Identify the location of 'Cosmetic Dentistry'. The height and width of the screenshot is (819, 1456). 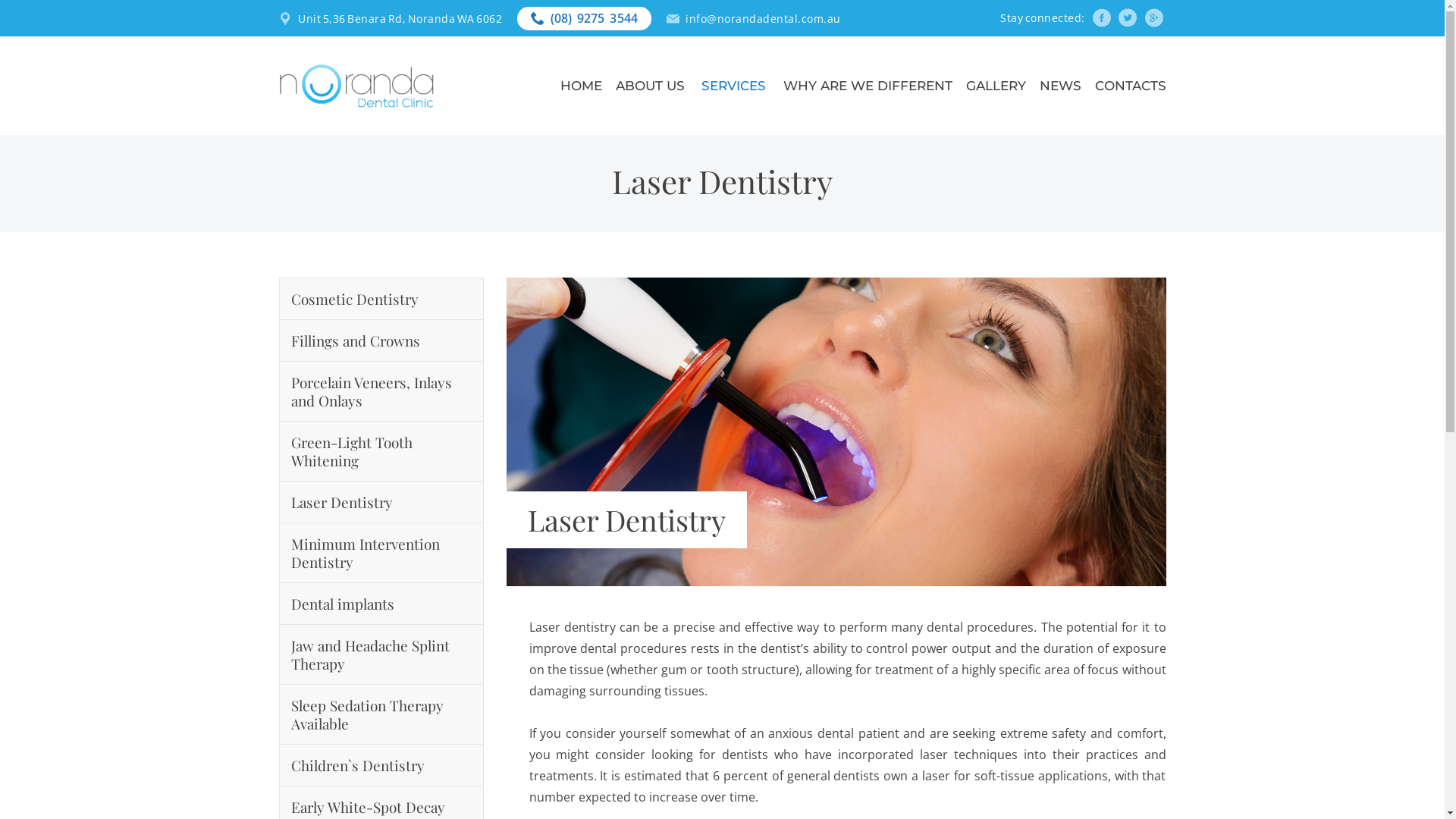
(381, 299).